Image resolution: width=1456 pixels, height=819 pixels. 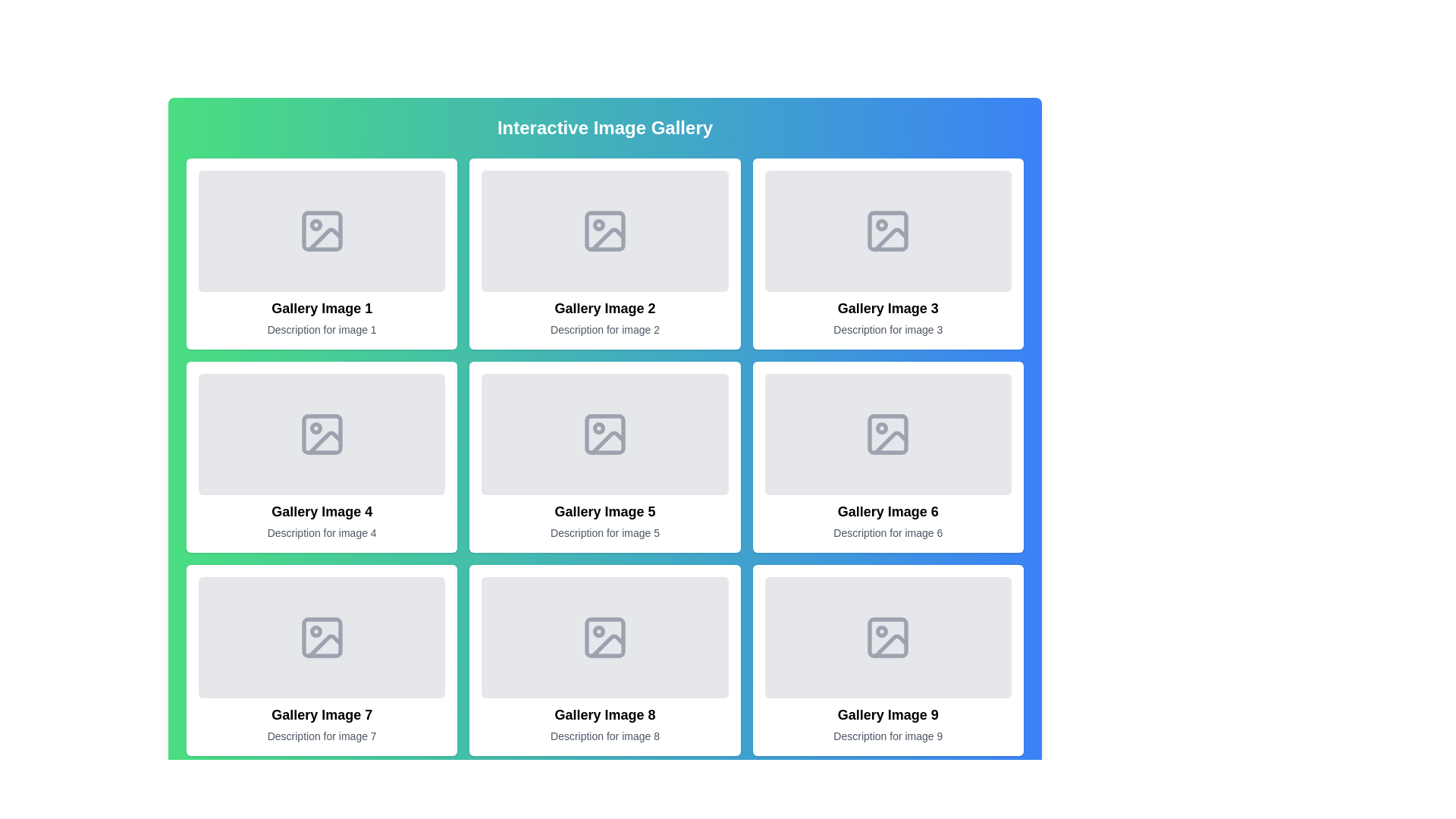 I want to click on the top-left card in the grid layout that has a white rectangular appearance with rounded corners, shadow effect, and contains bold text 'Gallery Image 1' and smaller text 'Description for image 1', so click(x=321, y=253).